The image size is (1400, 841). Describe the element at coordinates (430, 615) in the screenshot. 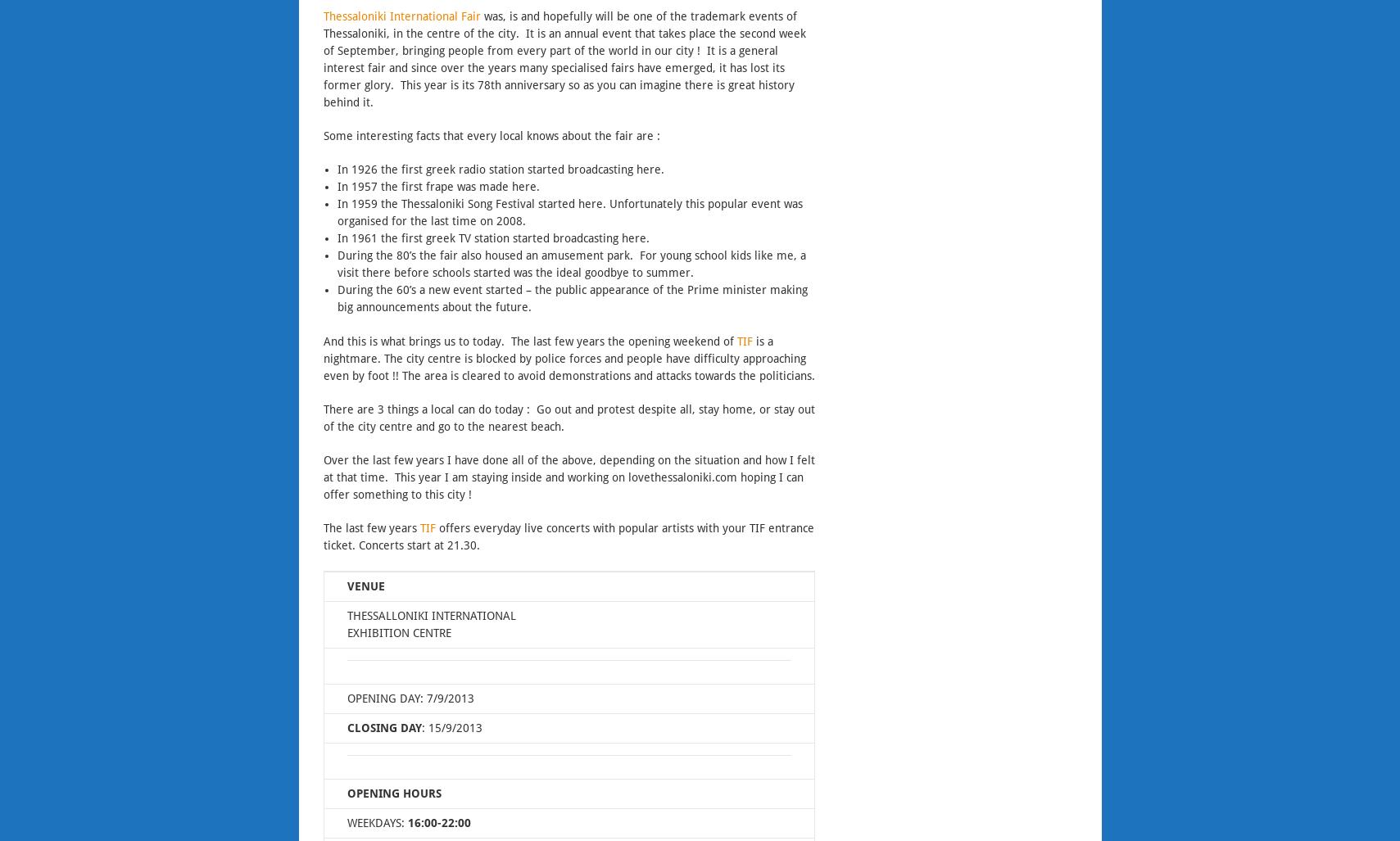

I see `'THESSALLONIKI INTERNATIONAL'` at that location.